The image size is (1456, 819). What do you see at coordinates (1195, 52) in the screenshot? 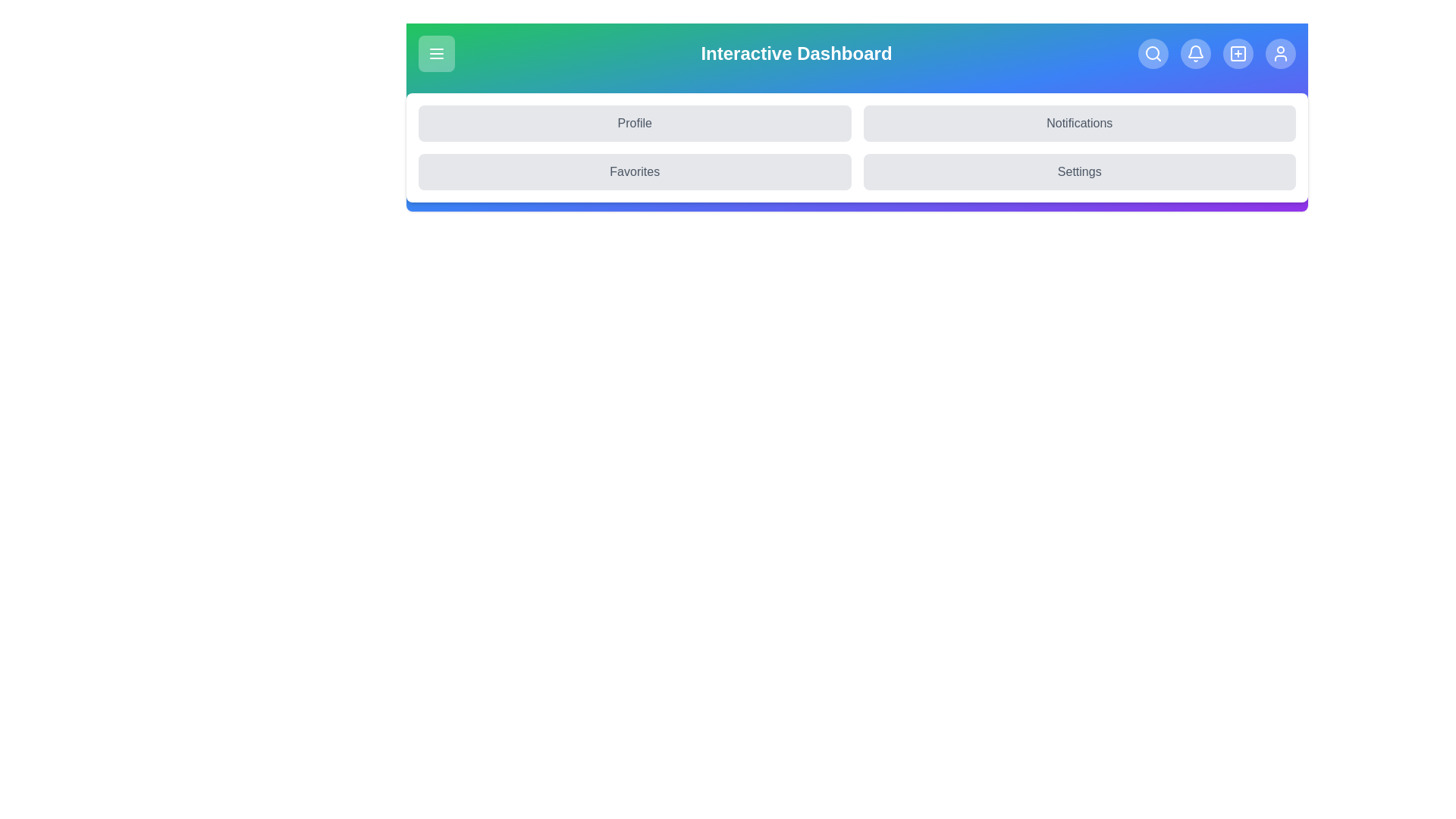
I see `the Notifications icon to navigate to the corresponding section` at bounding box center [1195, 52].